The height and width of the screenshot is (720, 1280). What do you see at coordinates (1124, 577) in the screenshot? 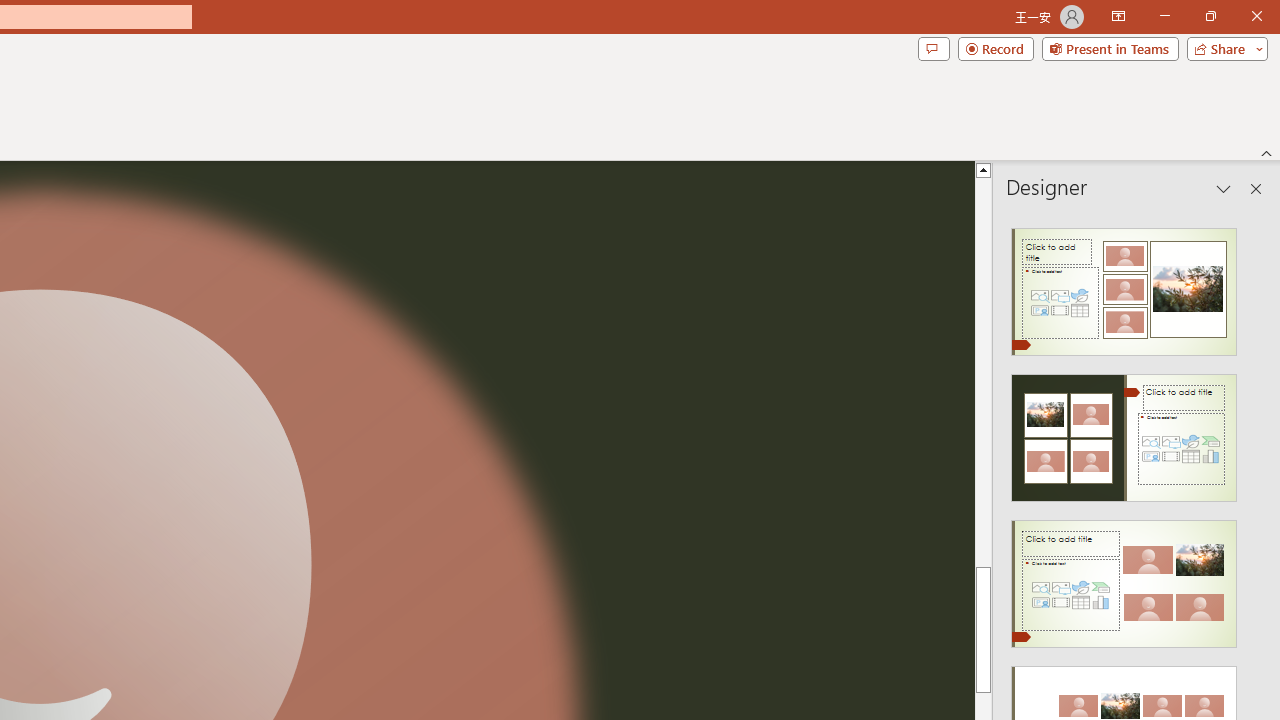
I see `'Design Idea'` at bounding box center [1124, 577].